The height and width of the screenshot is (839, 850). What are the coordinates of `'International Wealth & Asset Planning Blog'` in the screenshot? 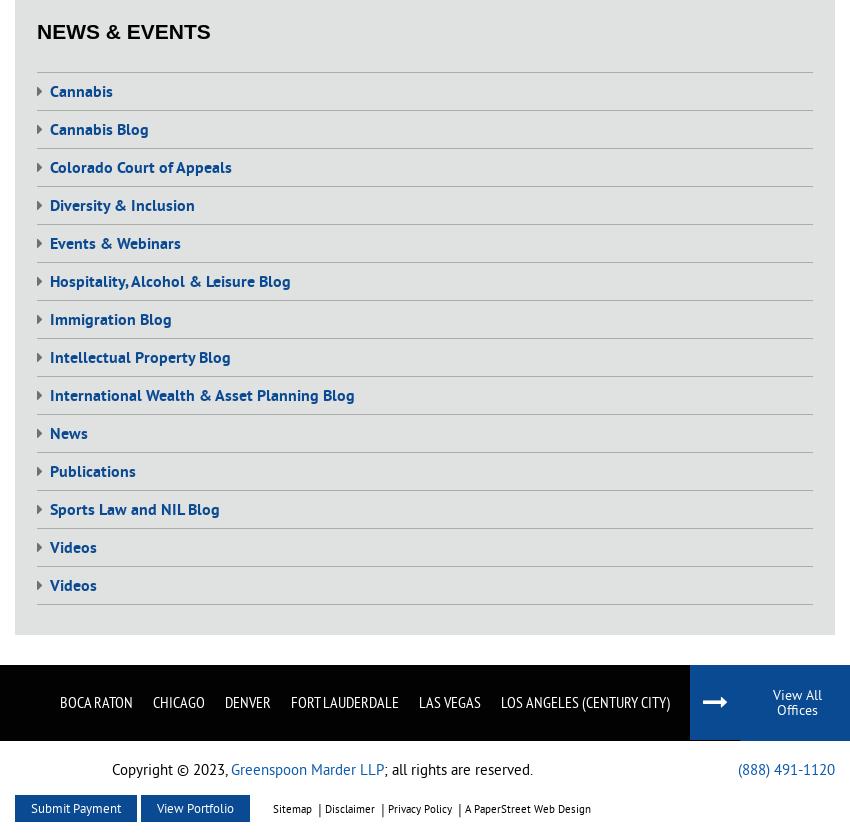 It's located at (201, 396).